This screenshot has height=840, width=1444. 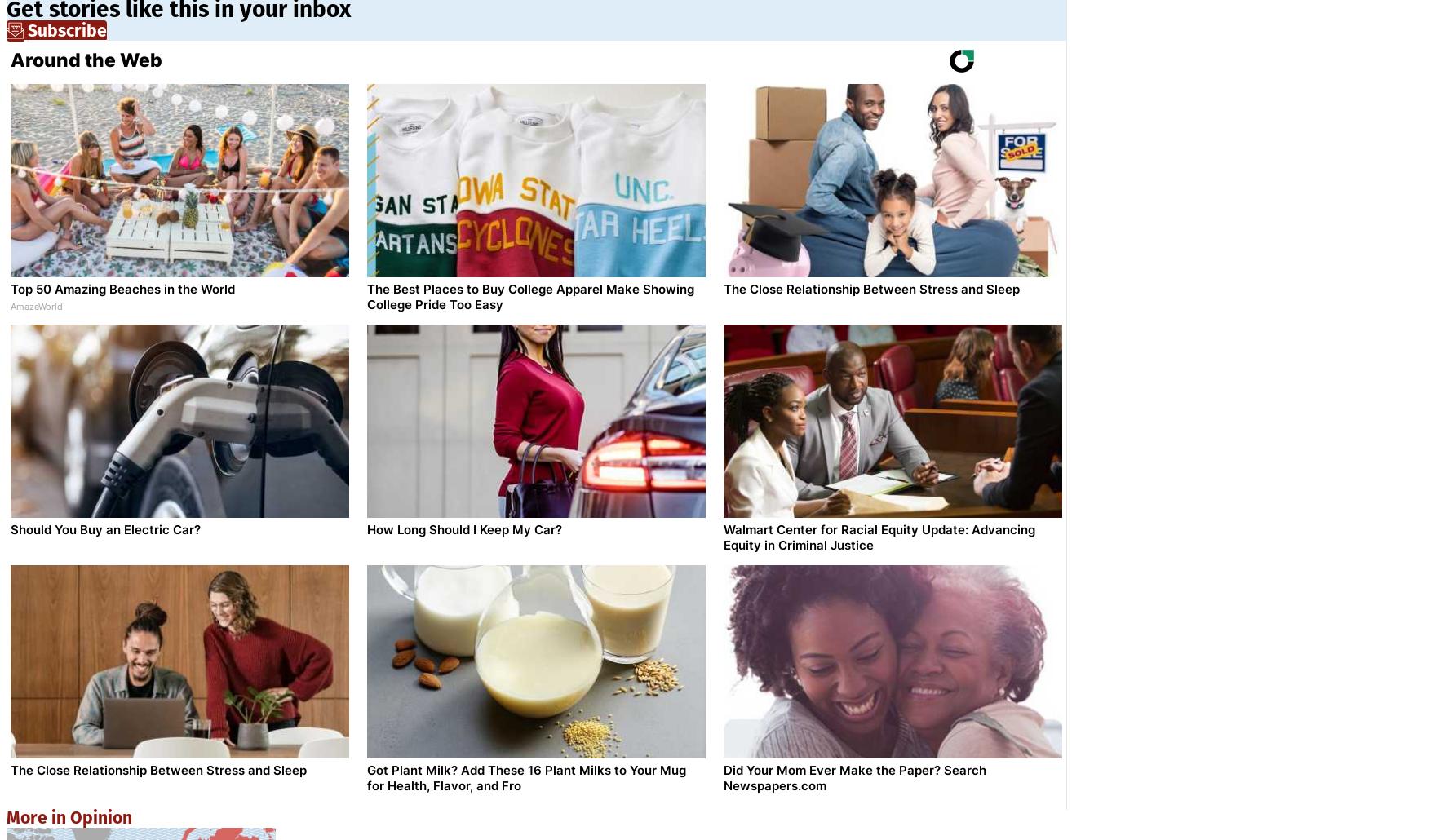 I want to click on 'Around the Web', so click(x=86, y=60).